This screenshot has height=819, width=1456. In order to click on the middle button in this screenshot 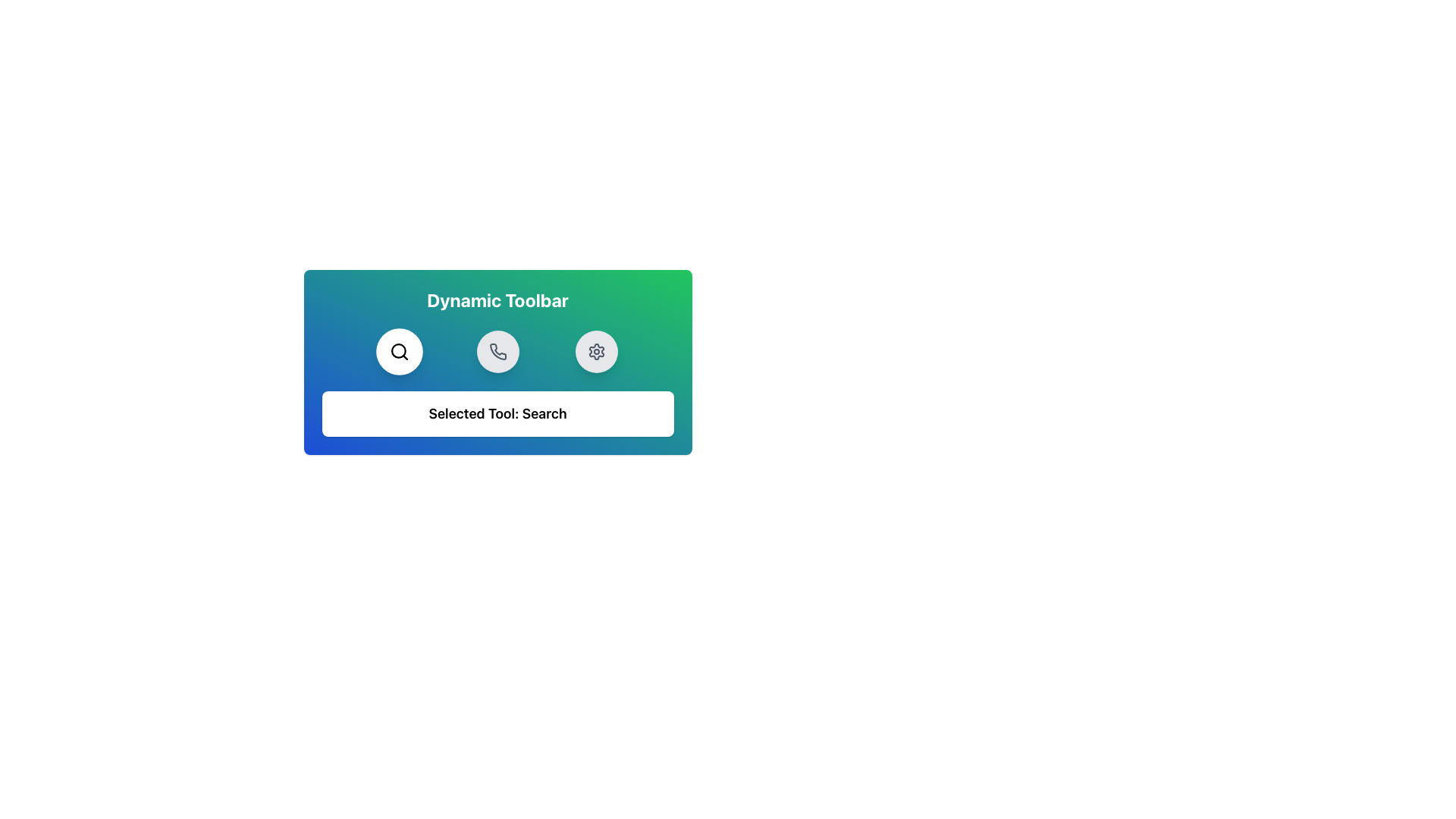, I will do `click(497, 351)`.